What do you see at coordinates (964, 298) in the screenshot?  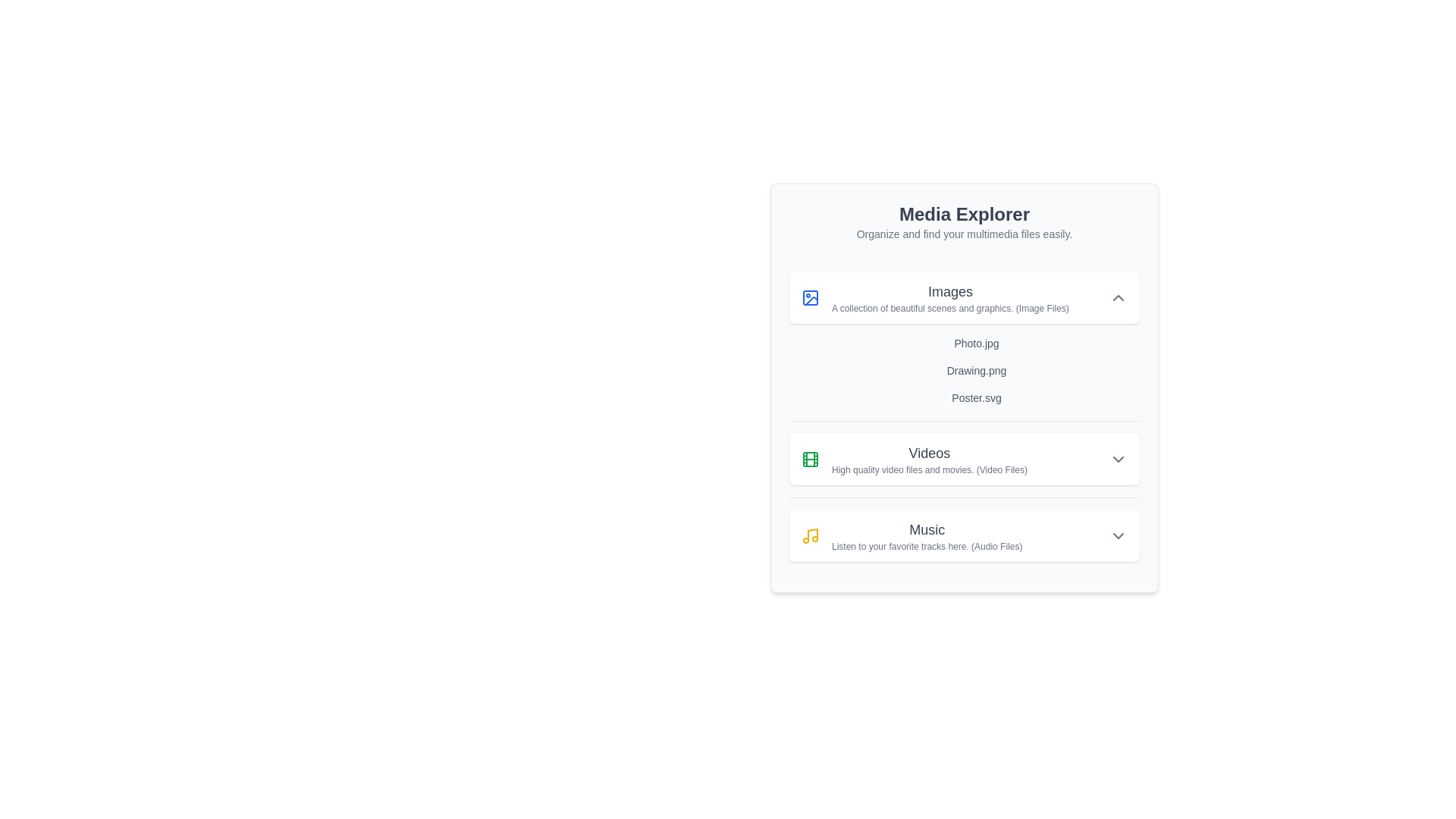 I see `the 'Images' button, which is a white, rounded rectangular button with a blue image icon and bold text reading 'Images', located under the 'Media Explorer' heading` at bounding box center [964, 298].